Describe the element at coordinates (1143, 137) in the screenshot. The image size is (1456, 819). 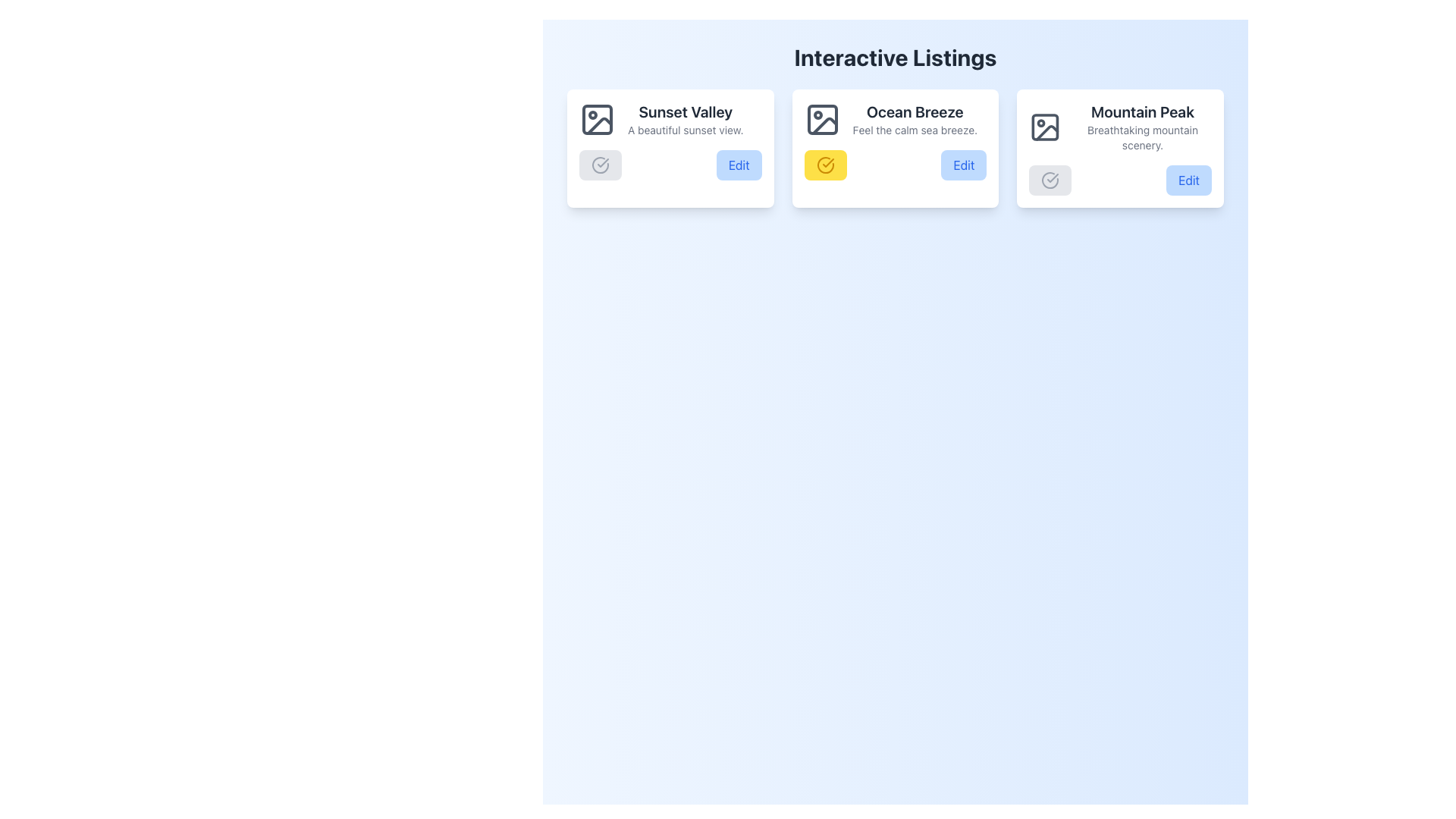
I see `the descriptive text label located within the 'Mountain Peak' card, which is centrally aligned beneath the title` at that location.